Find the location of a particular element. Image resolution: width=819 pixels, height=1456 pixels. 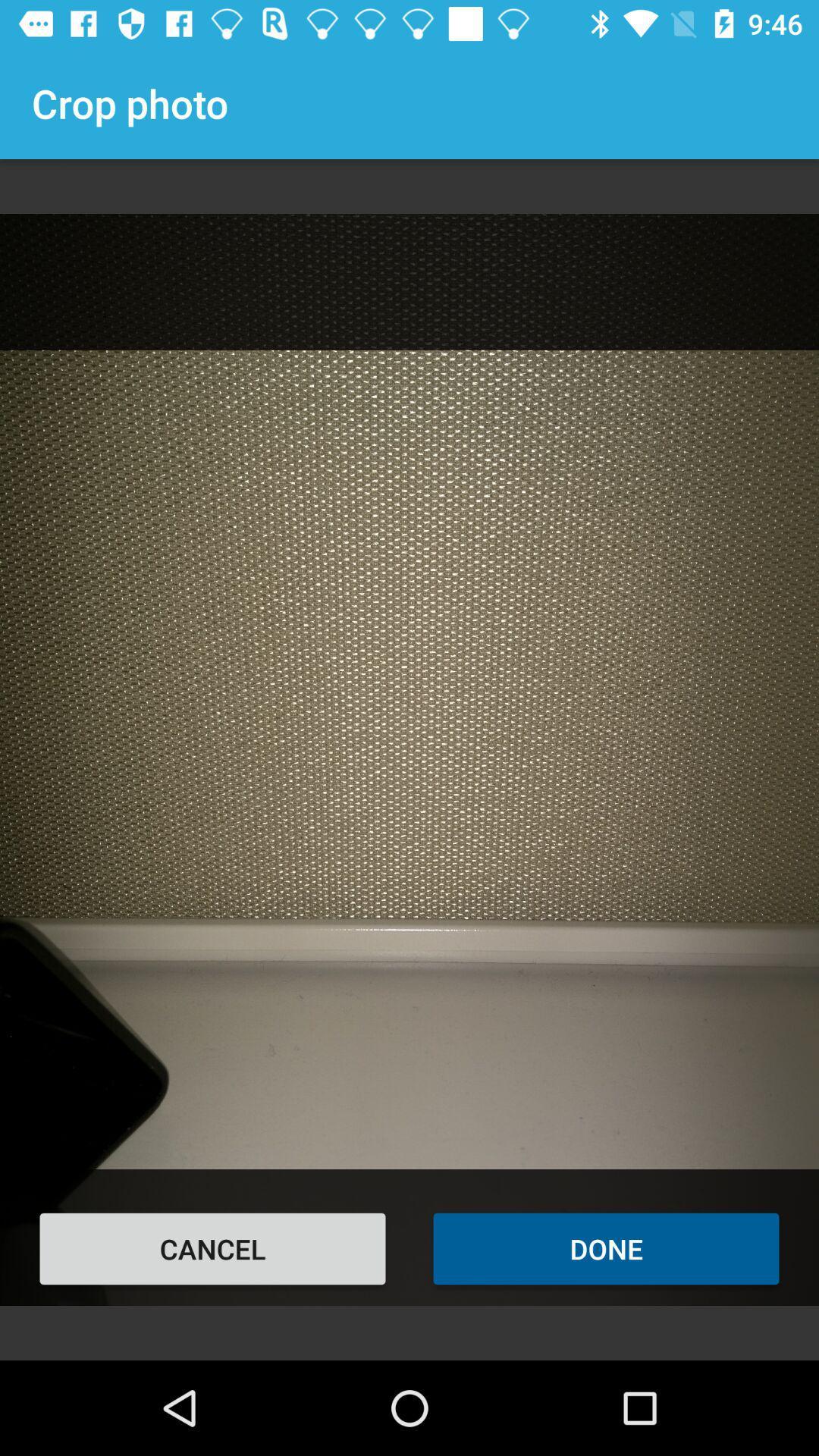

item next to the cancel is located at coordinates (605, 1248).